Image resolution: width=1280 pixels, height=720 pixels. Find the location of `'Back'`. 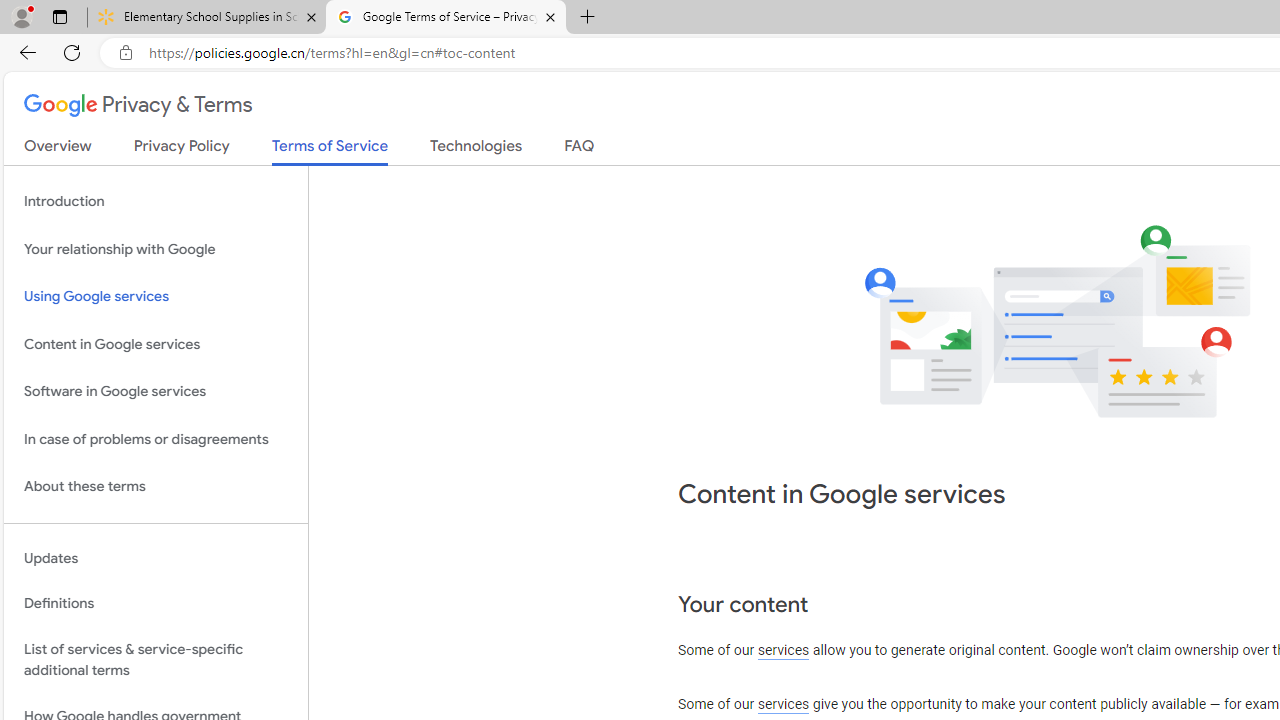

'Back' is located at coordinates (24, 51).